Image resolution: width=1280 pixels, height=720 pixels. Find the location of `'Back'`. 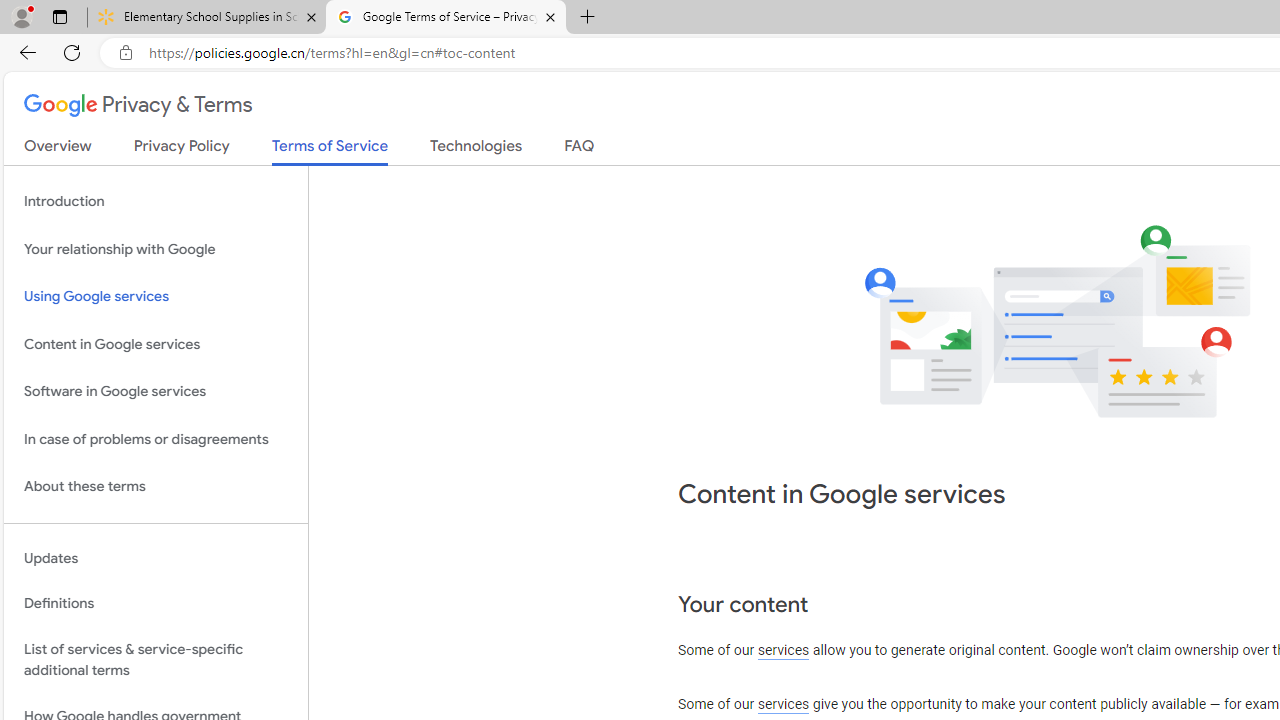

'Back' is located at coordinates (24, 51).